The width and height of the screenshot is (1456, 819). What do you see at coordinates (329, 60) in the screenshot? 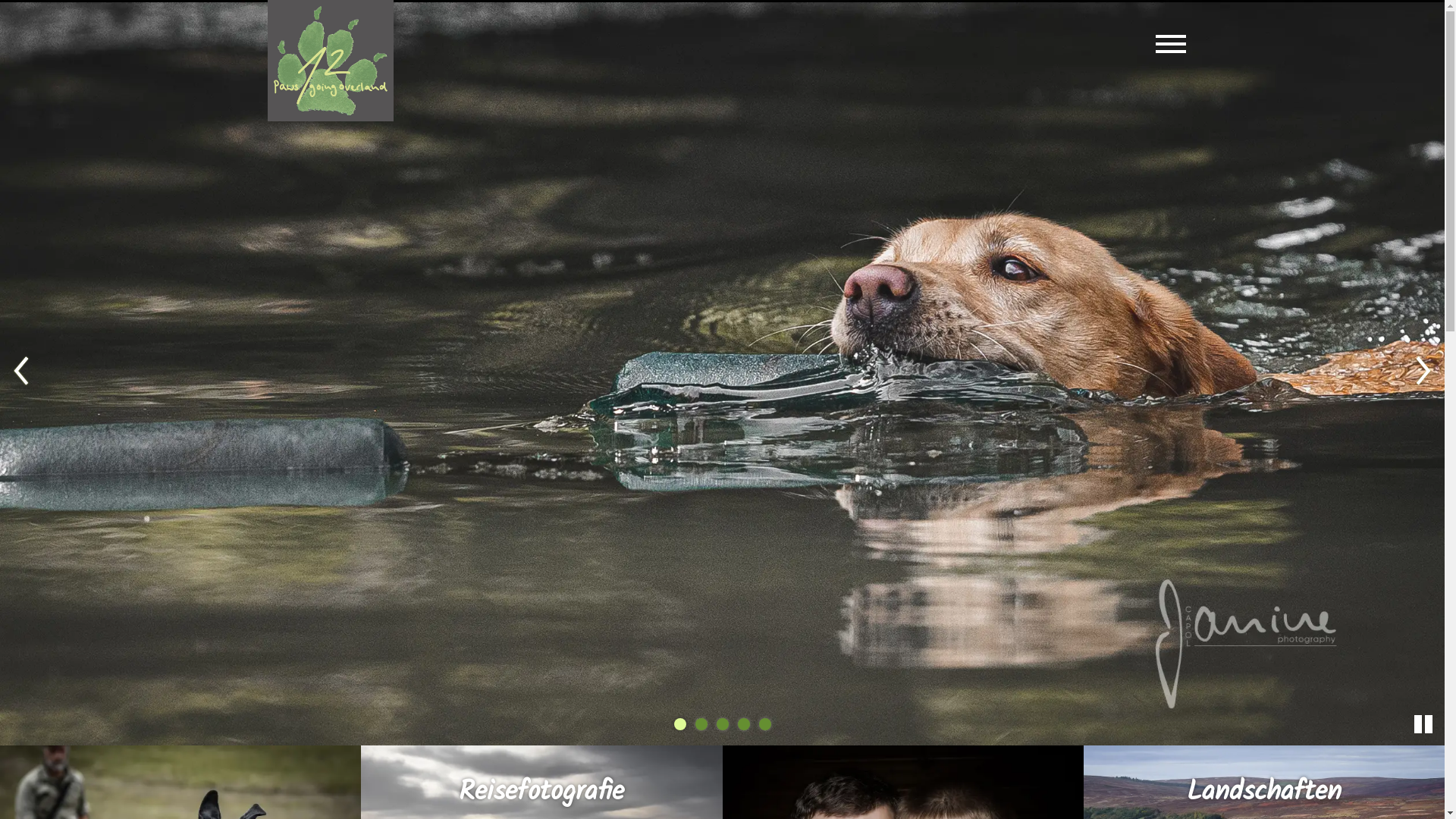
I see `'Zur Startseite'` at bounding box center [329, 60].